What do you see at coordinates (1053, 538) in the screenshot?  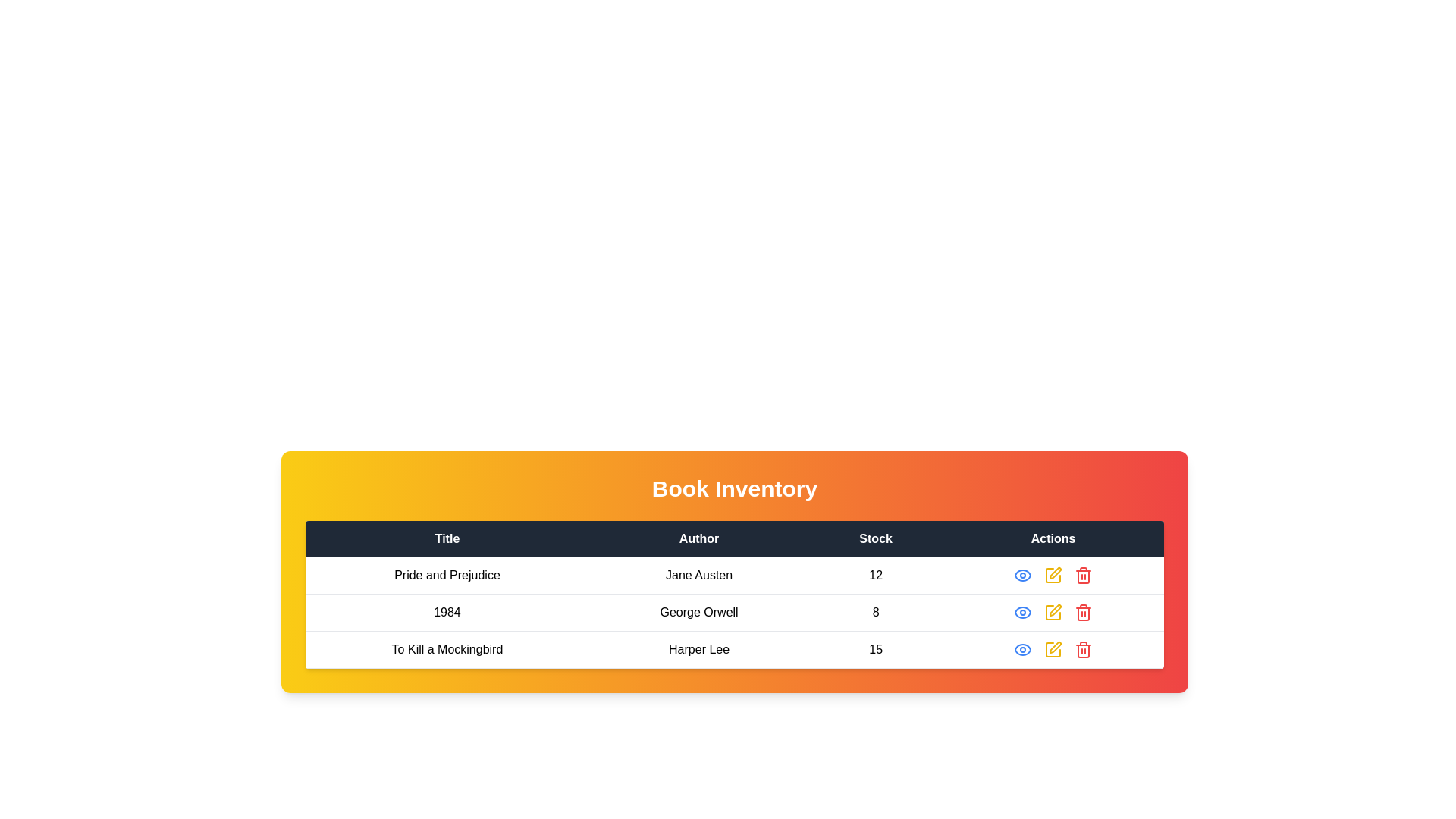 I see `the label displaying 'Actions' in white font within the table header section located at the top-right corner of the table` at bounding box center [1053, 538].